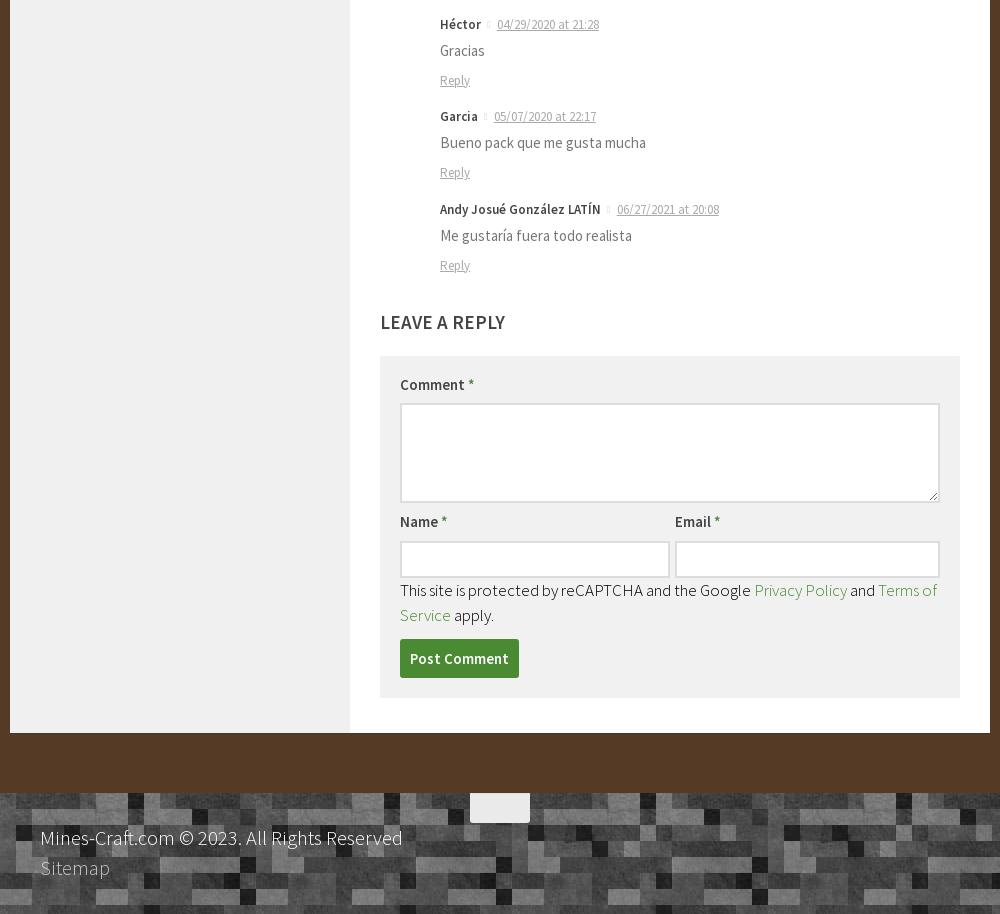 This screenshot has width=1000, height=914. What do you see at coordinates (434, 383) in the screenshot?
I see `'Comment'` at bounding box center [434, 383].